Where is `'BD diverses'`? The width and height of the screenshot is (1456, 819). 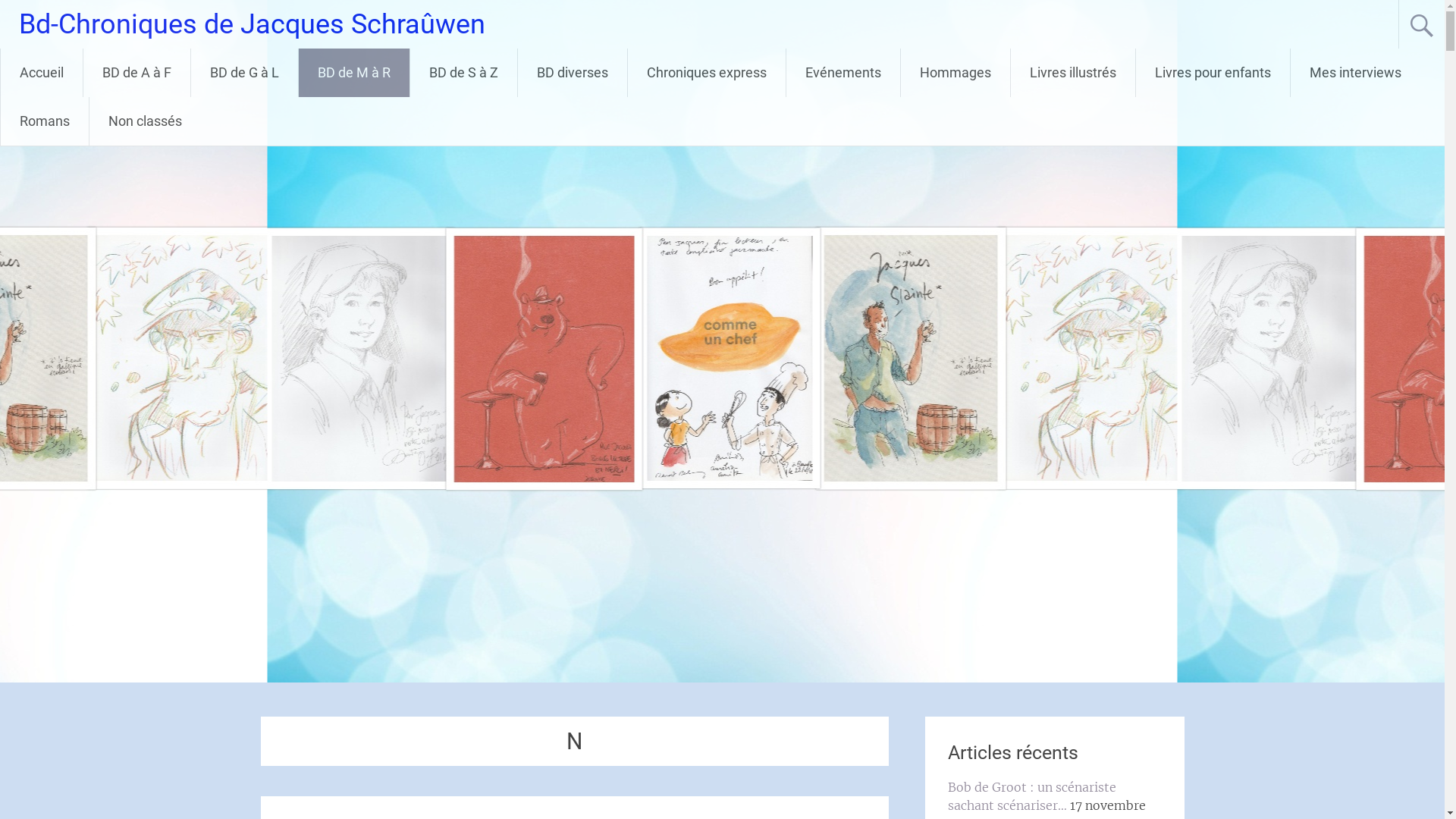
'BD diverses' is located at coordinates (571, 73).